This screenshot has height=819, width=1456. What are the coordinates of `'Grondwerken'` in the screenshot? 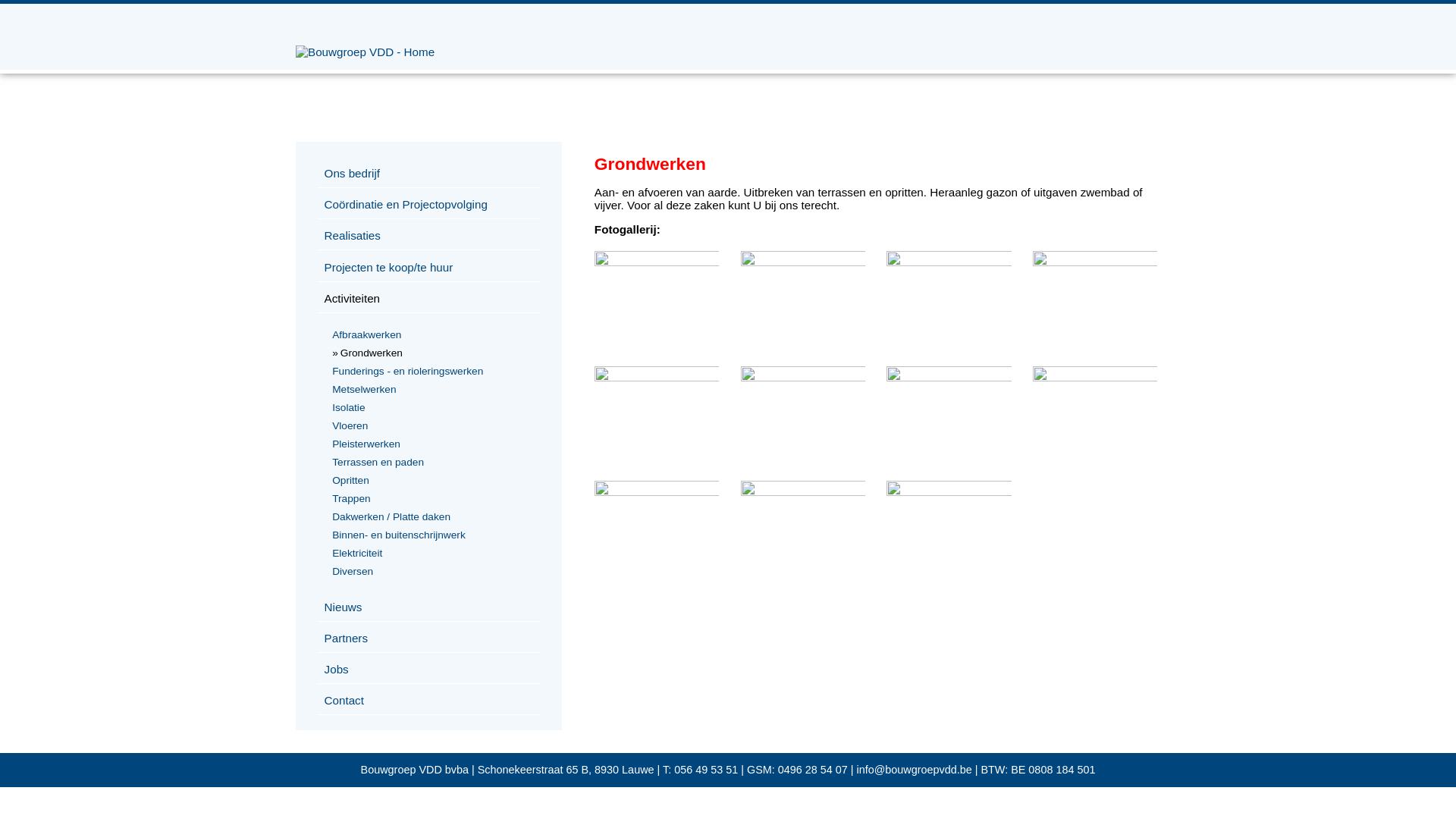 It's located at (1095, 261).